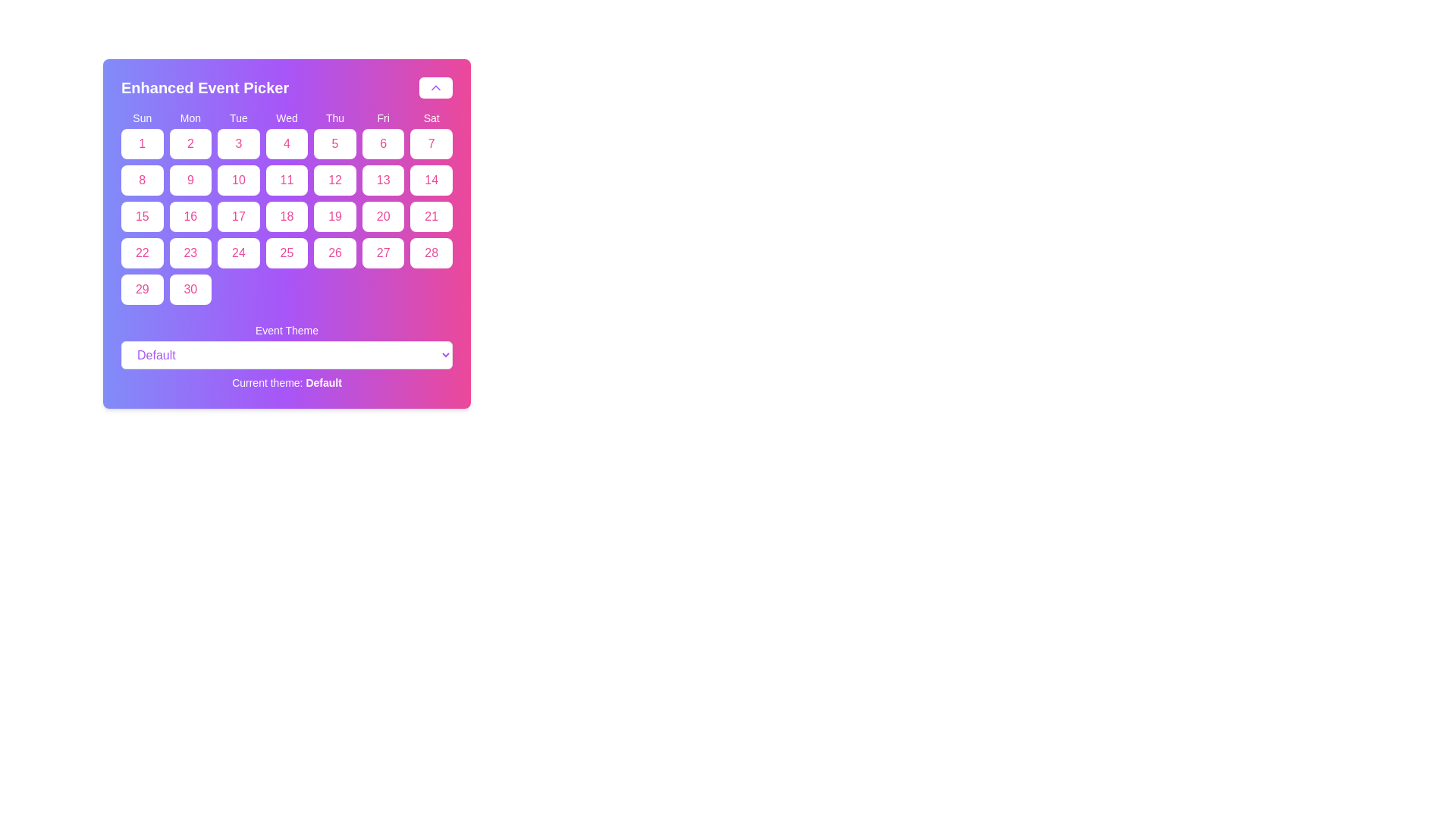  Describe the element at coordinates (334, 143) in the screenshot. I see `the button with the text '5' in the top row of the 7-column grid layout` at that location.